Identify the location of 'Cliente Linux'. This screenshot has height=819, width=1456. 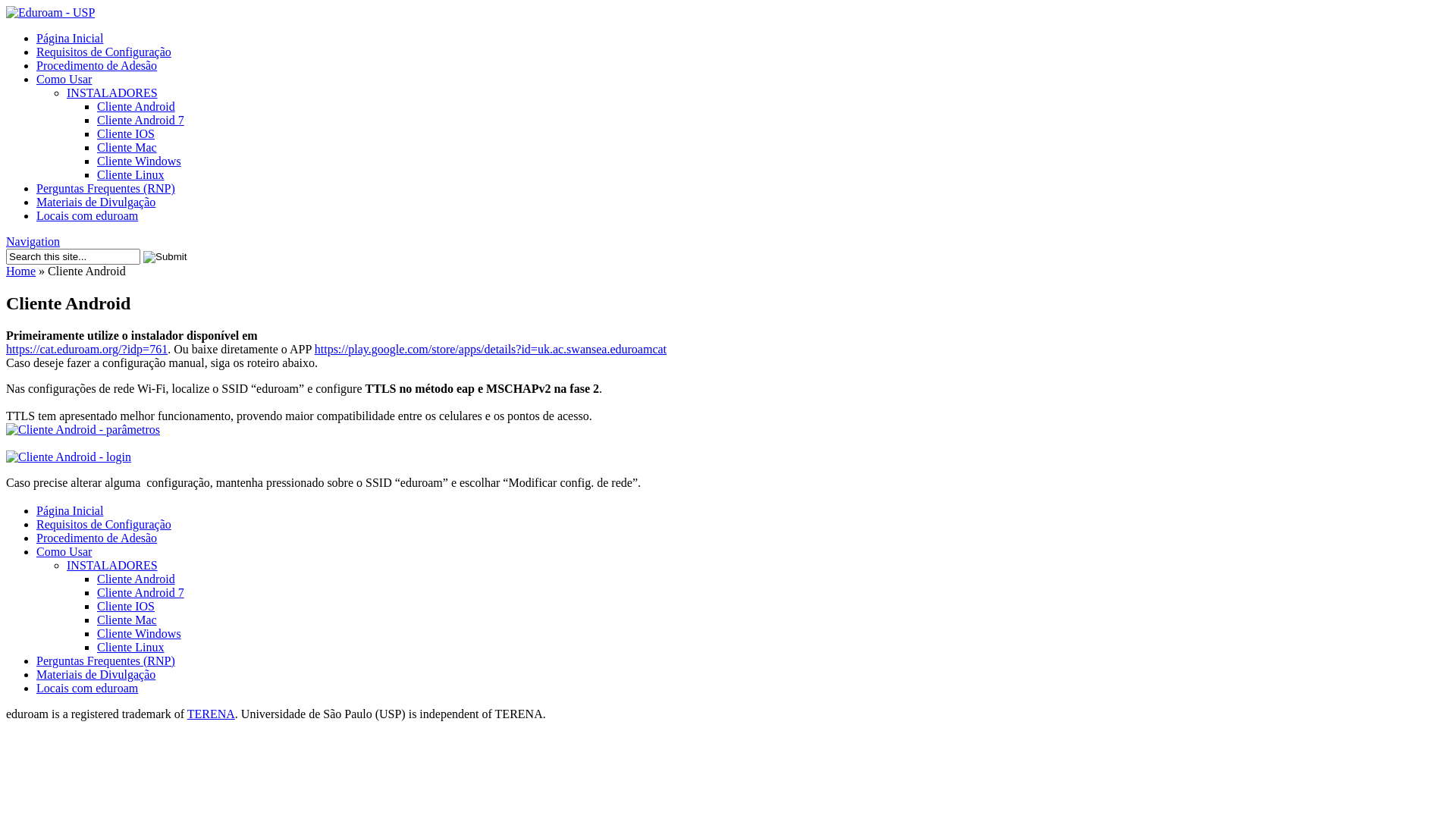
(130, 647).